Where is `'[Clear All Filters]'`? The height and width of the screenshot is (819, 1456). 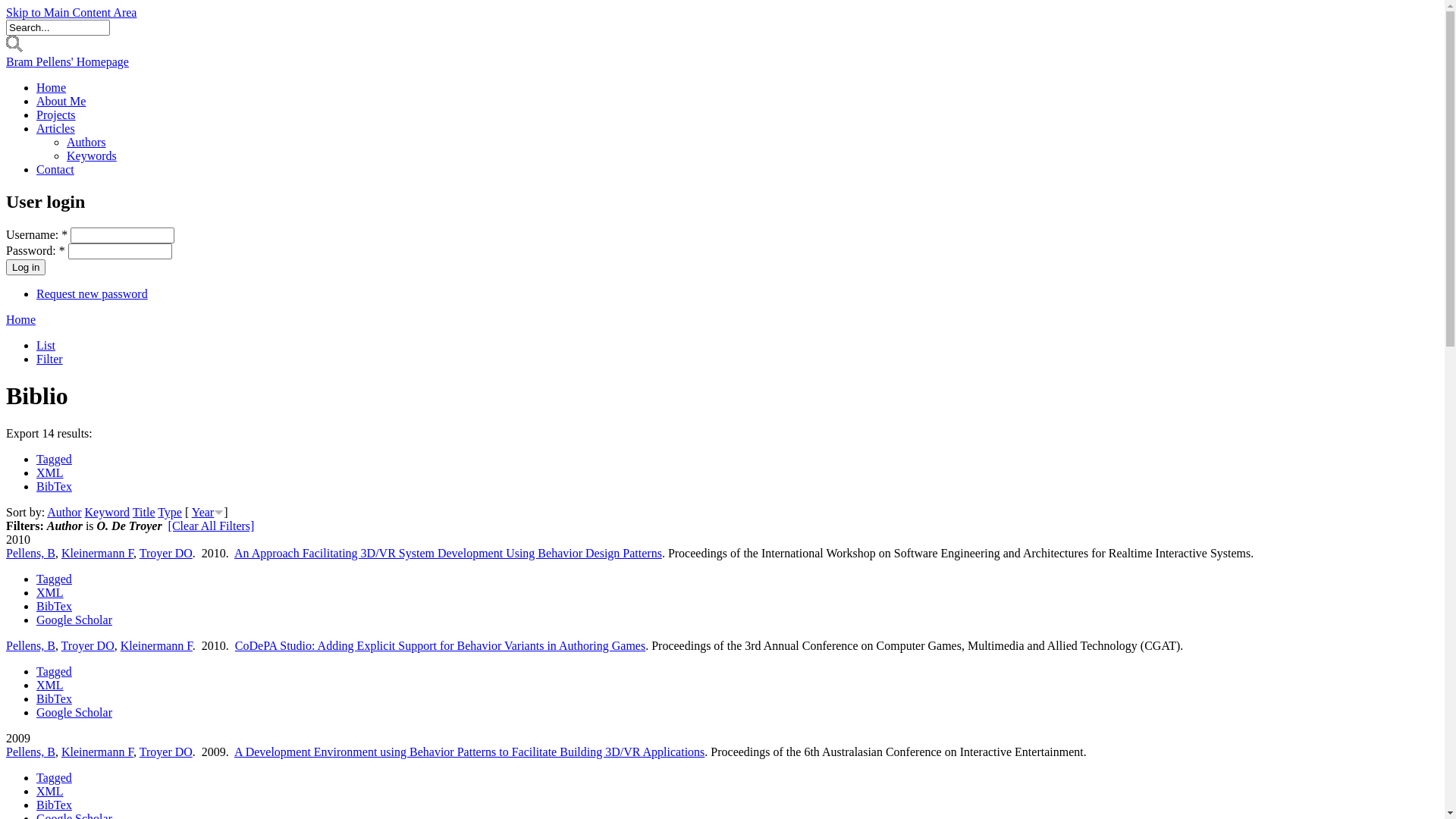 '[Clear All Filters]' is located at coordinates (210, 525).